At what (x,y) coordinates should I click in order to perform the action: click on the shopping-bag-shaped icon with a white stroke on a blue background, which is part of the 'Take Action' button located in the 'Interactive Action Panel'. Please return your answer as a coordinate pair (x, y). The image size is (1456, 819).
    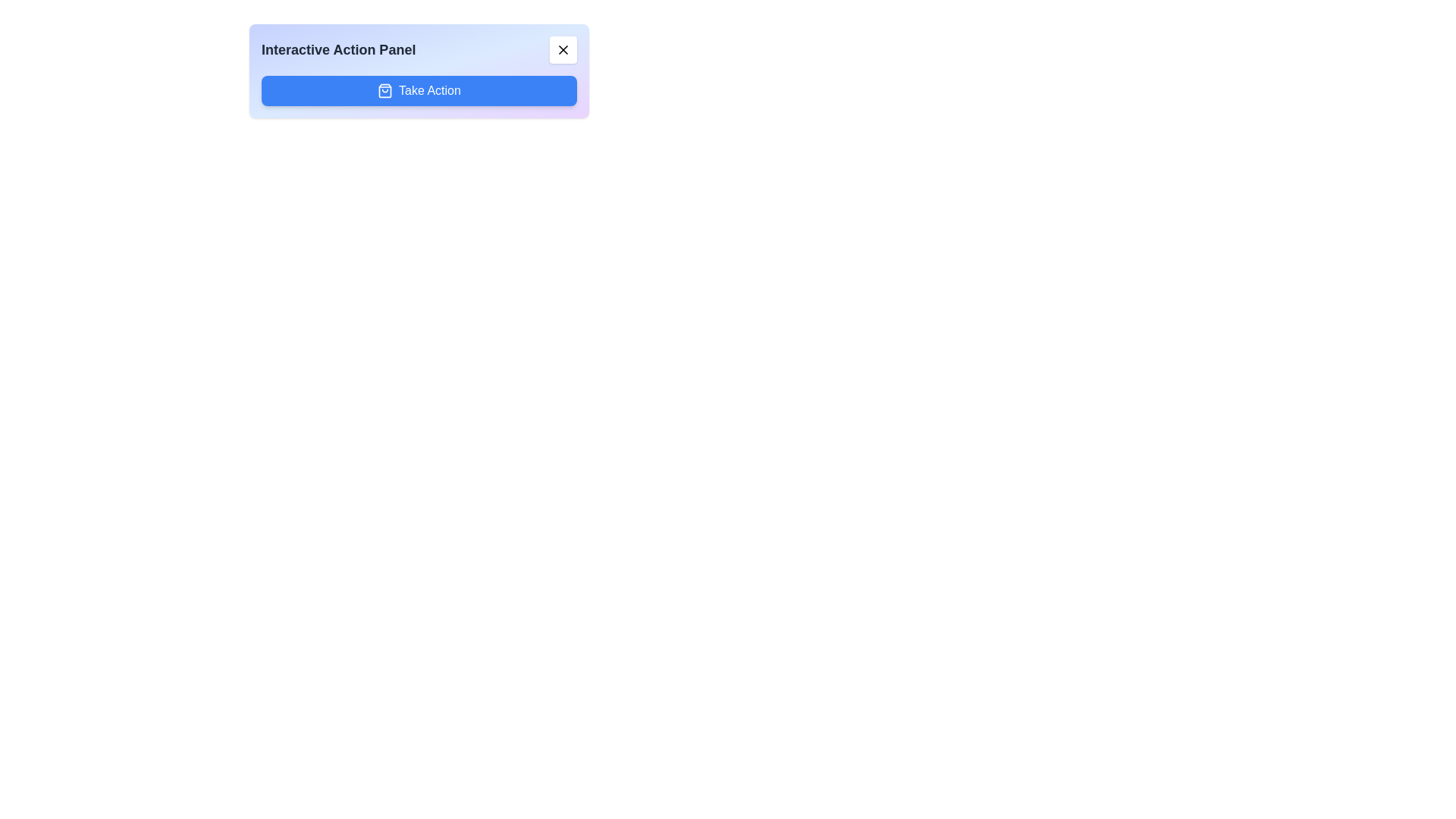
    Looking at the image, I should click on (385, 90).